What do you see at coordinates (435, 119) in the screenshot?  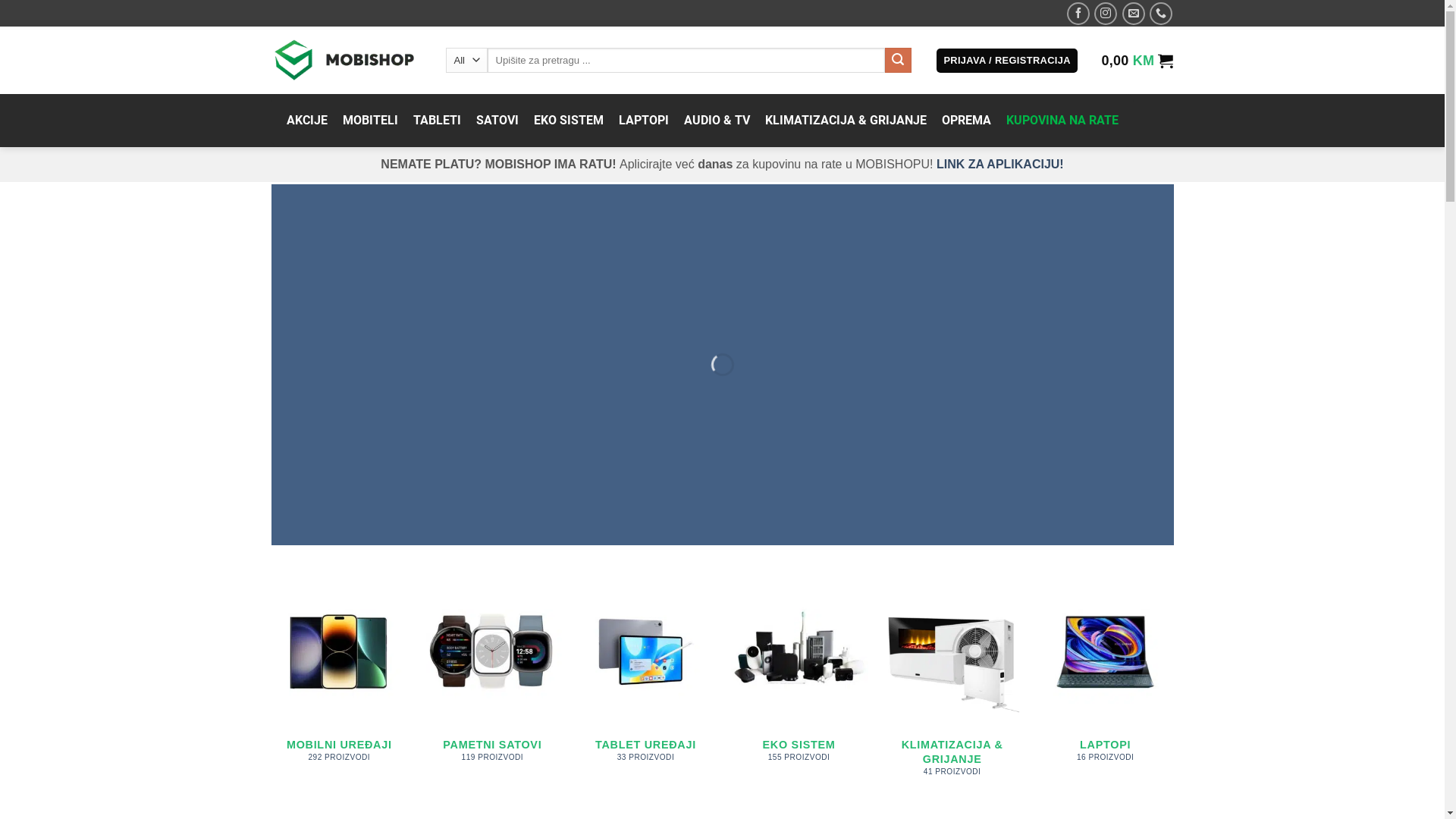 I see `'TABLETI'` at bounding box center [435, 119].